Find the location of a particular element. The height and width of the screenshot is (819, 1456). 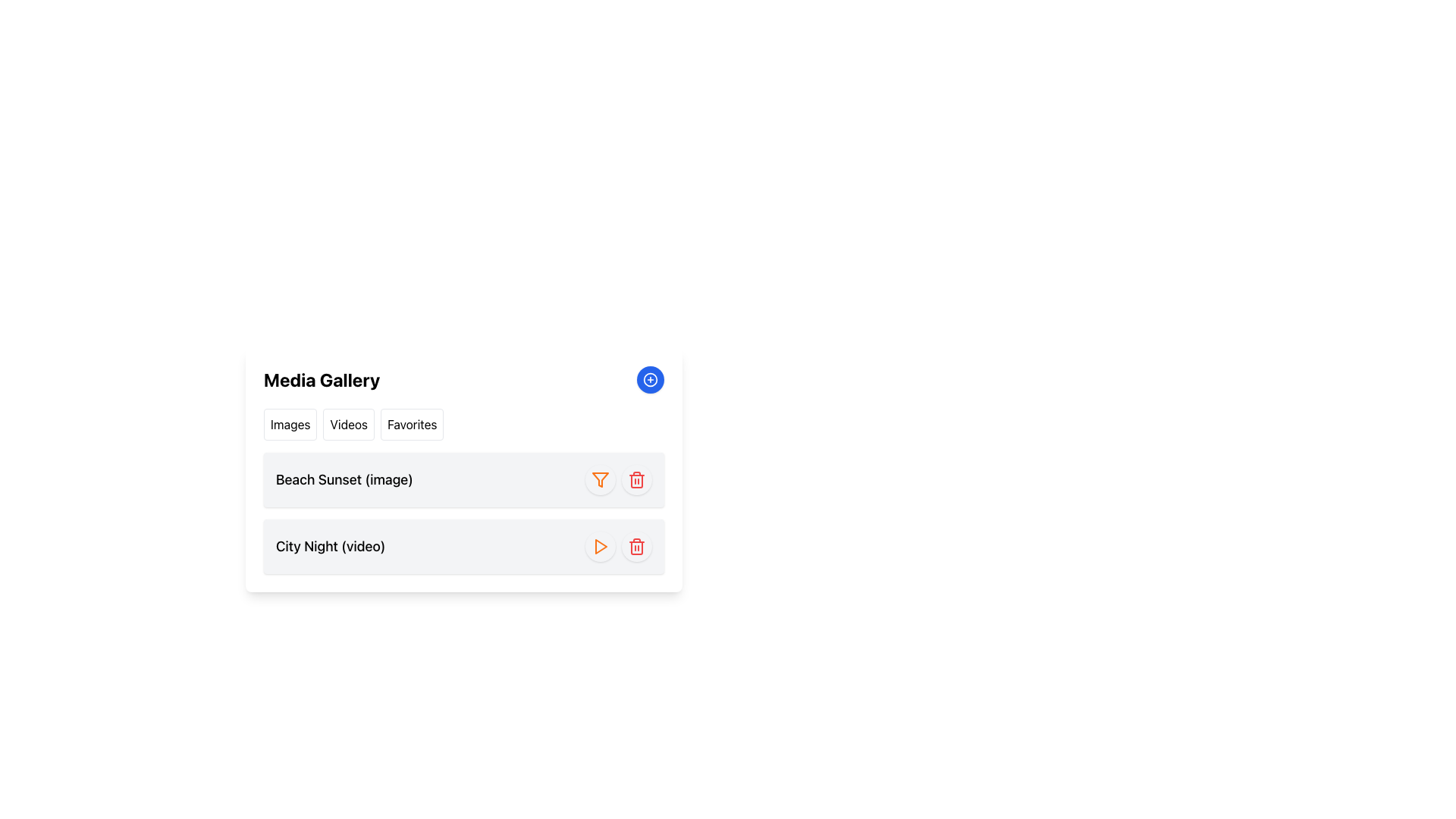

the bold text element displaying 'Media Gallery' located in the header section of the media browsing interface is located at coordinates (321, 379).